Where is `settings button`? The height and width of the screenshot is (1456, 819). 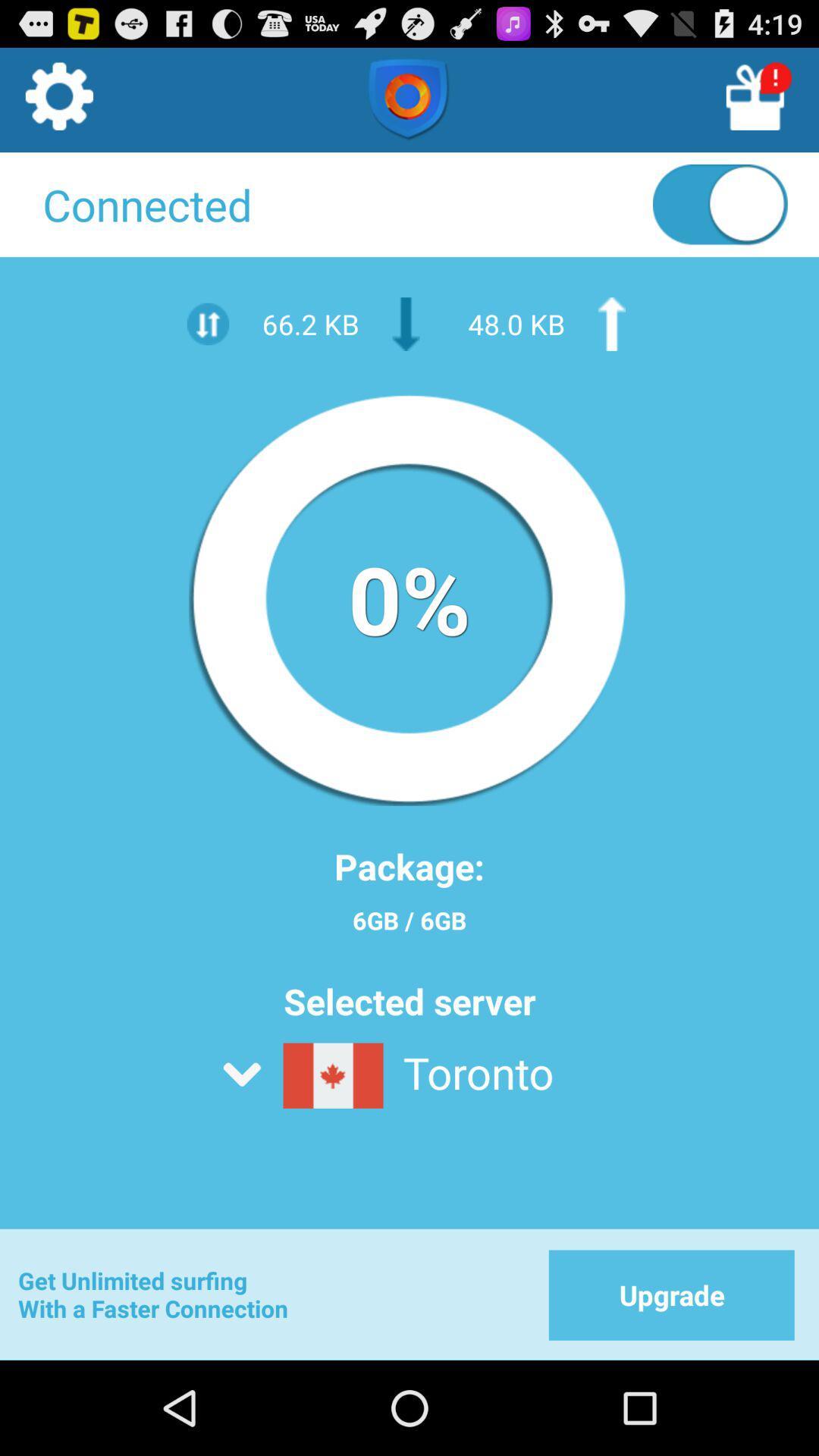
settings button is located at coordinates (57, 100).